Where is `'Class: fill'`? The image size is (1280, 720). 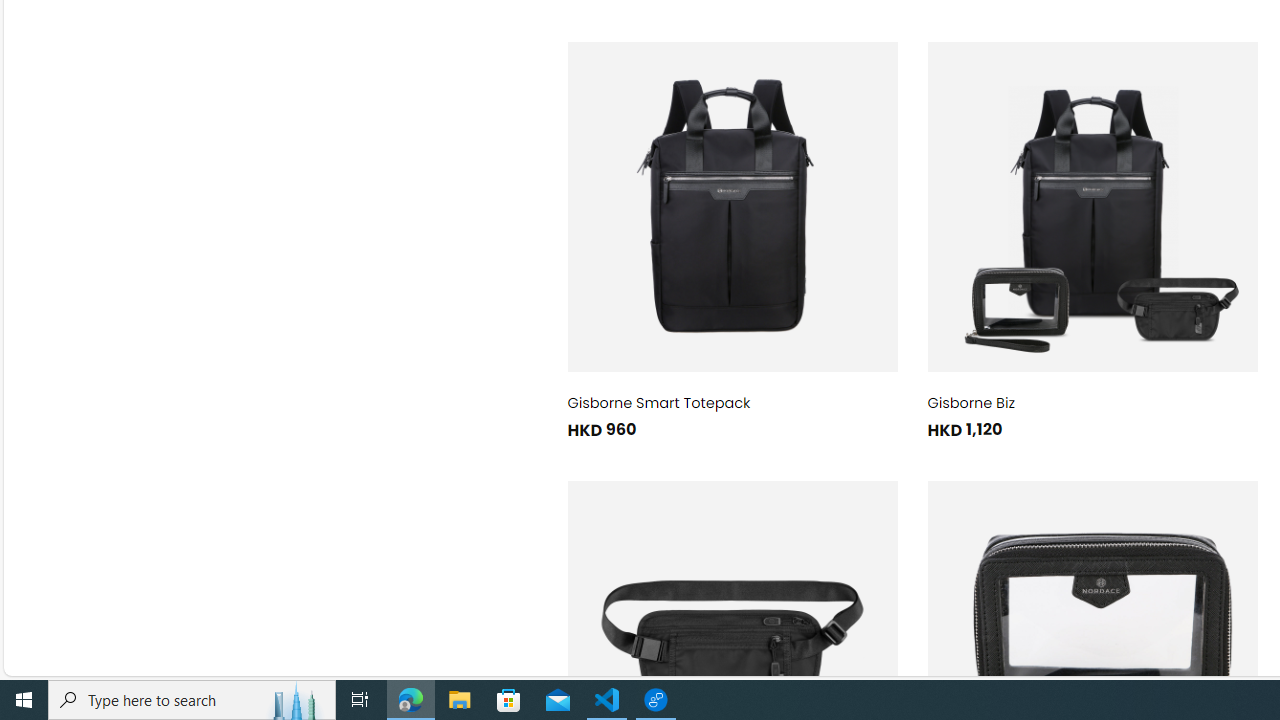
'Class: fill' is located at coordinates (1091, 207).